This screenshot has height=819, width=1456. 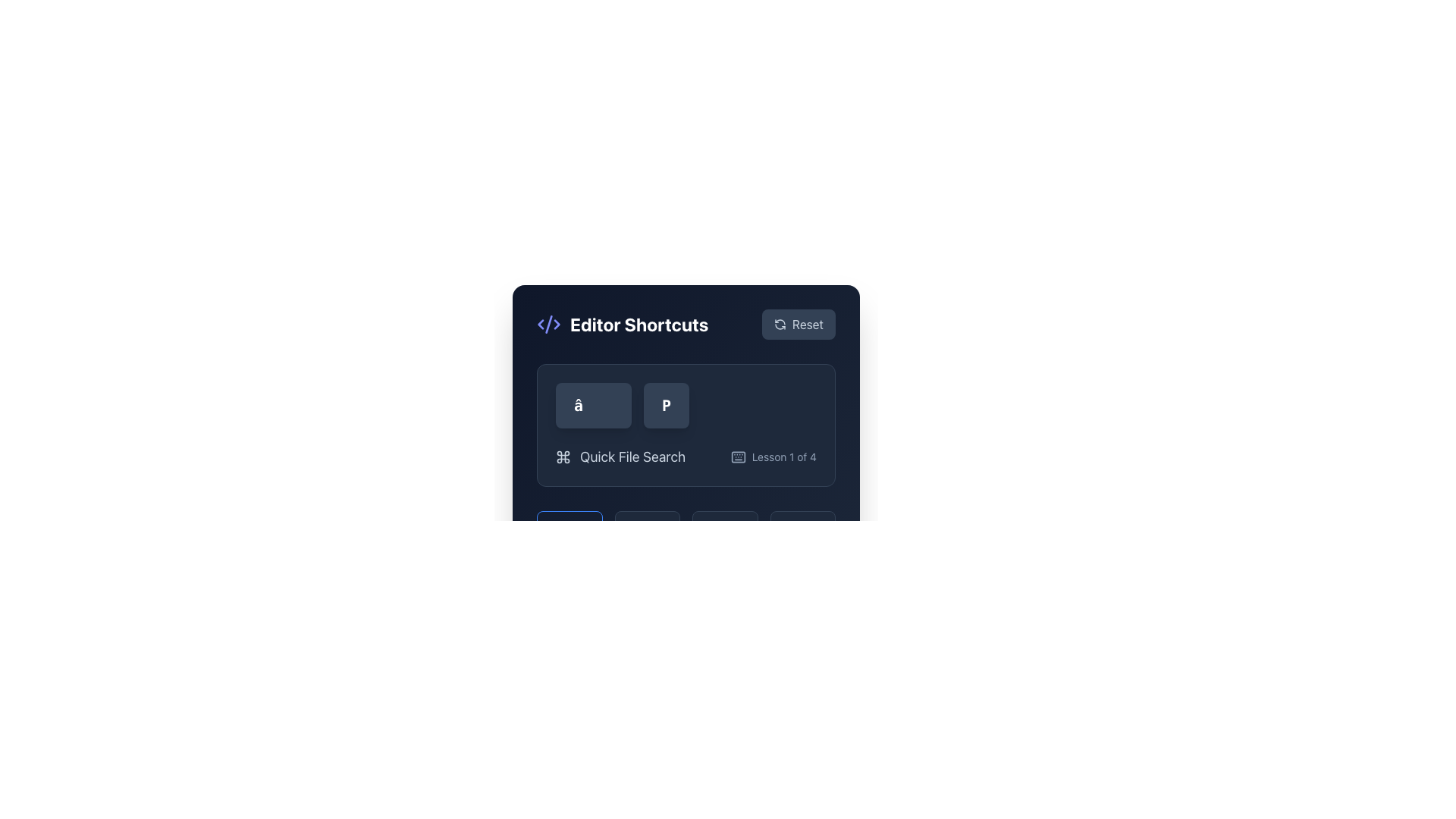 I want to click on the Header or Title Component which features a purple icon resembling code brackets and the text 'Editor Shortcuts' in bold white font, located at the top left of the panel, so click(x=623, y=324).